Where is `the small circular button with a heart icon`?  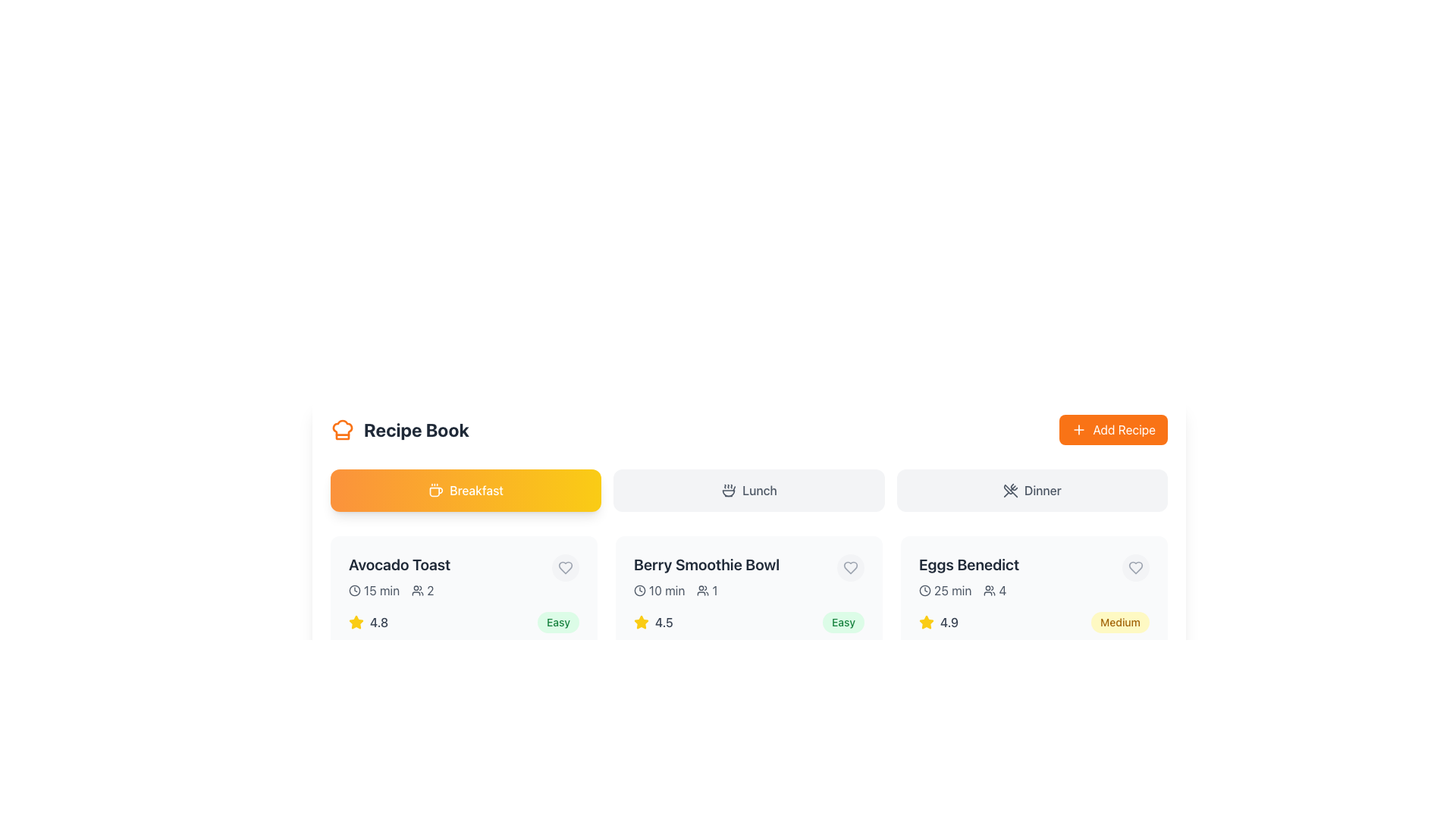
the small circular button with a heart icon is located at coordinates (564, 567).